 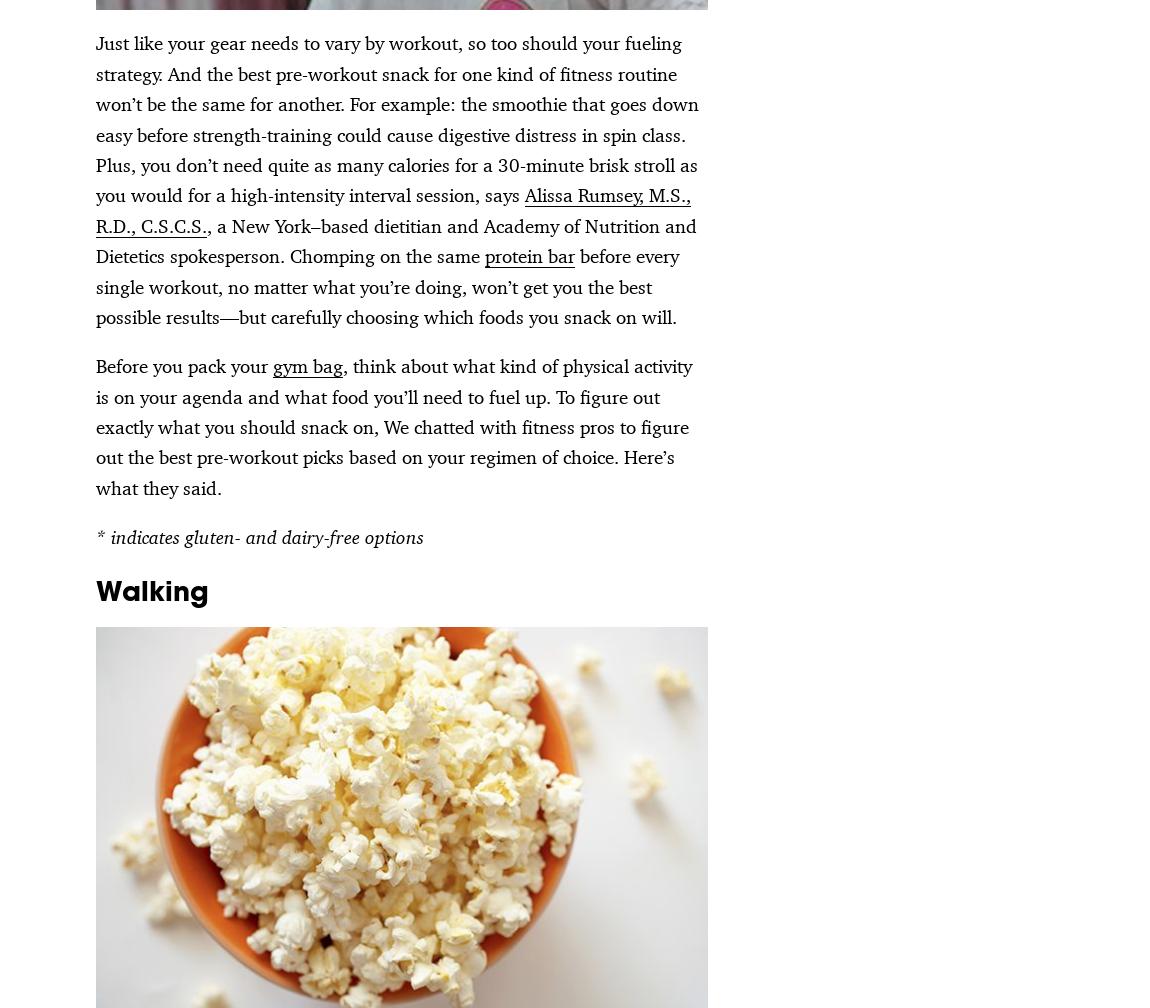 I want to click on 'Press Room', so click(x=575, y=805).